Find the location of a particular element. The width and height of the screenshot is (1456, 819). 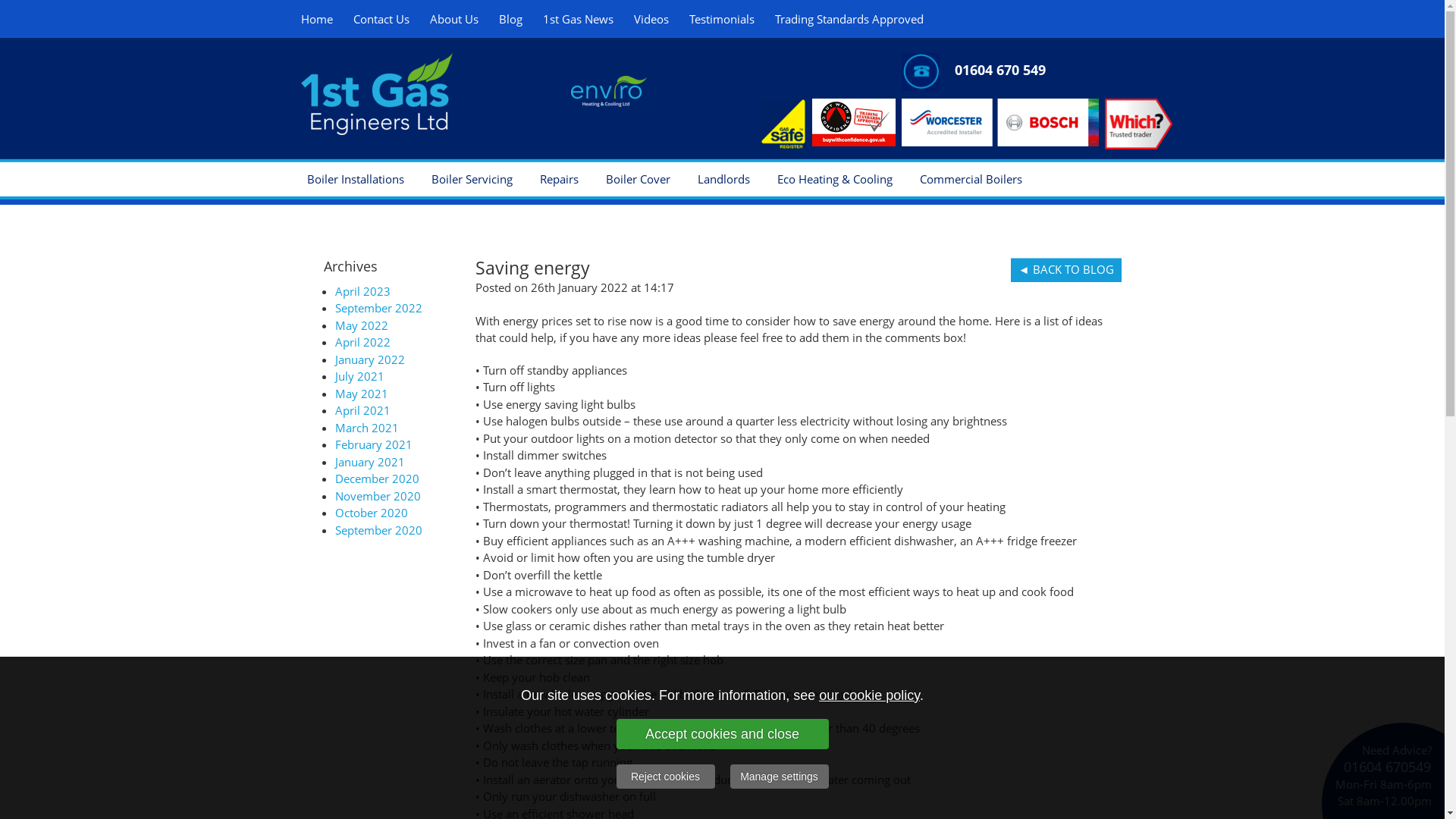

'January 2021' is located at coordinates (370, 460).